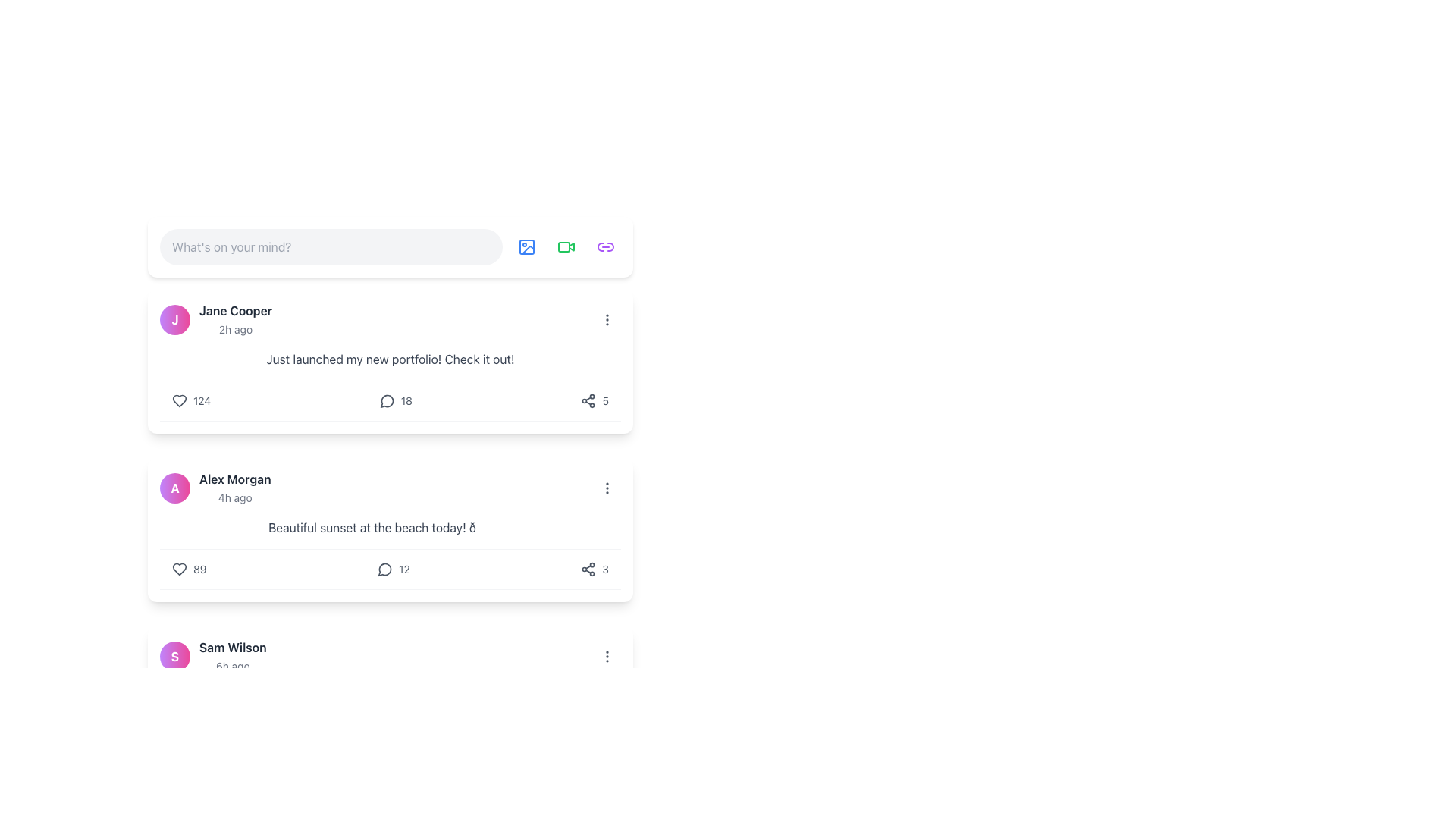  What do you see at coordinates (215, 488) in the screenshot?
I see `the Profile Header Information element that displays the user profile information including avatar, name, and recent activity time, situated below 'Jane Cooper' and above 'Sam Wilson'` at bounding box center [215, 488].